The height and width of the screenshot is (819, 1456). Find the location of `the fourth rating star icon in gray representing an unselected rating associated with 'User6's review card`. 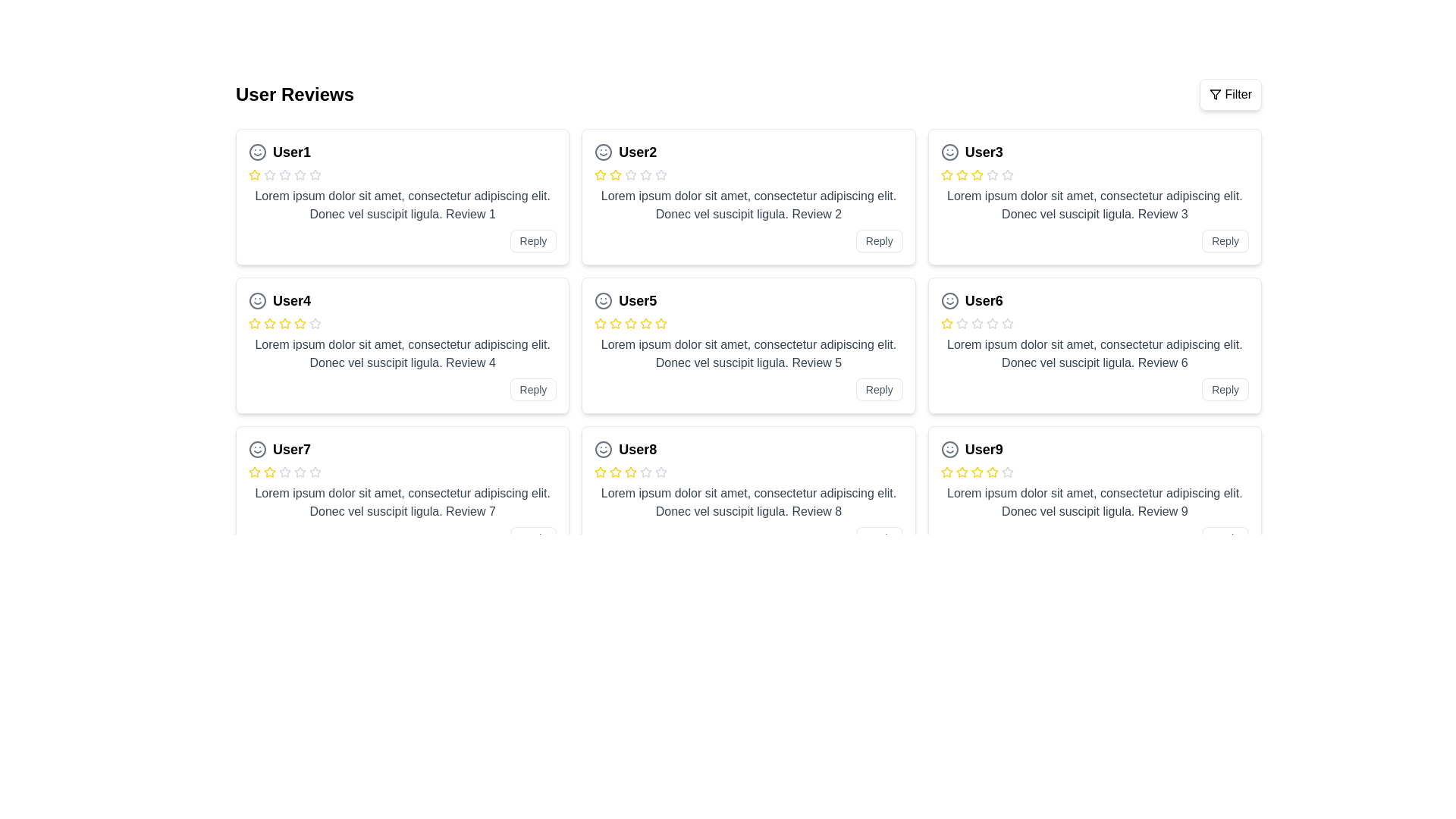

the fourth rating star icon in gray representing an unselected rating associated with 'User6's review card is located at coordinates (977, 323).